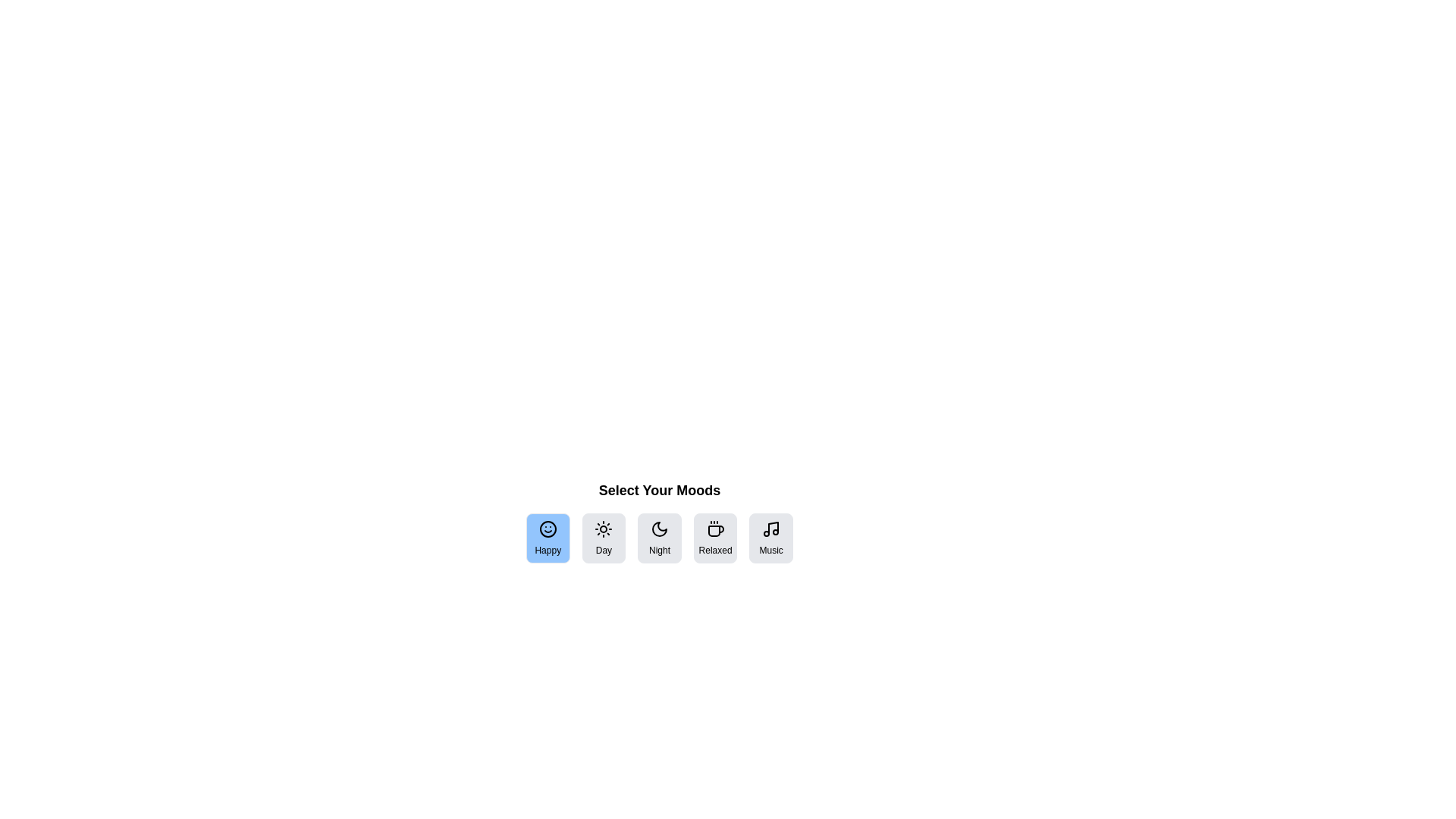 The width and height of the screenshot is (1456, 819). What do you see at coordinates (659, 529) in the screenshot?
I see `the crescent moon icon above the 'Night' text` at bounding box center [659, 529].